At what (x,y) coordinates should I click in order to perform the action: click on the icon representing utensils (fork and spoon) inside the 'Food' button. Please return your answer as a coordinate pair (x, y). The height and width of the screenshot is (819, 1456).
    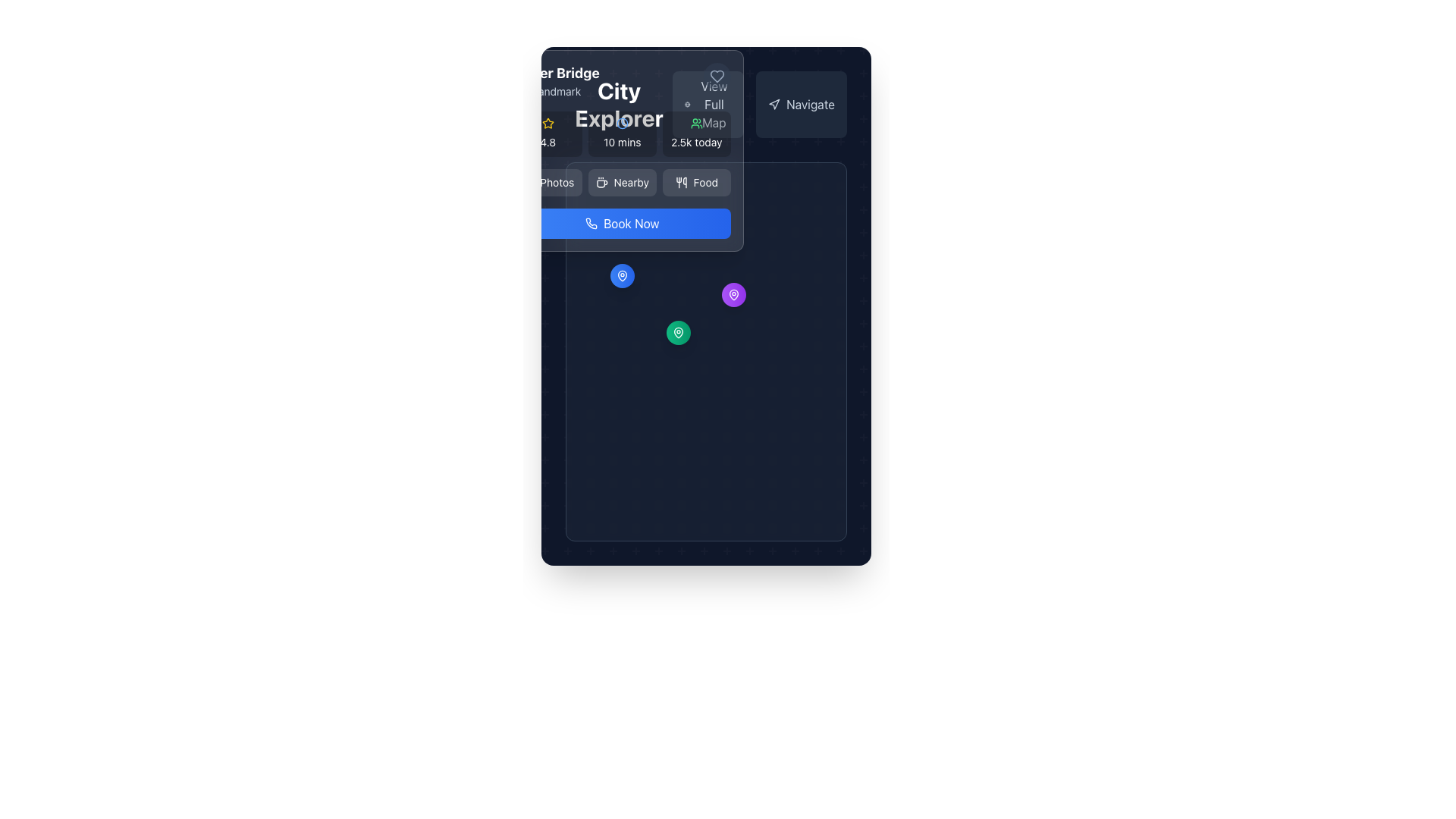
    Looking at the image, I should click on (680, 182).